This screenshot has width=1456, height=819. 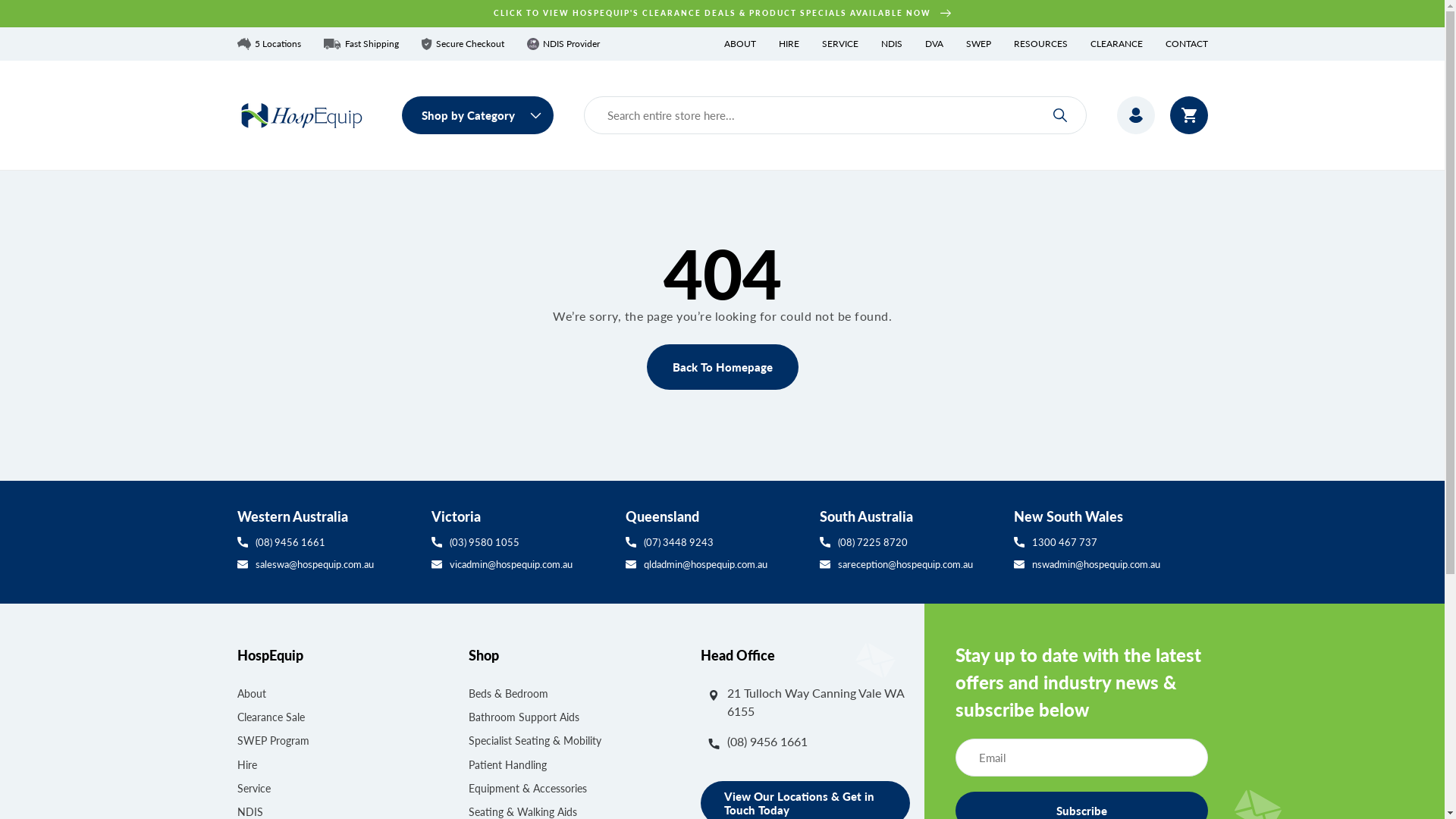 What do you see at coordinates (934, 42) in the screenshot?
I see `'DVA'` at bounding box center [934, 42].